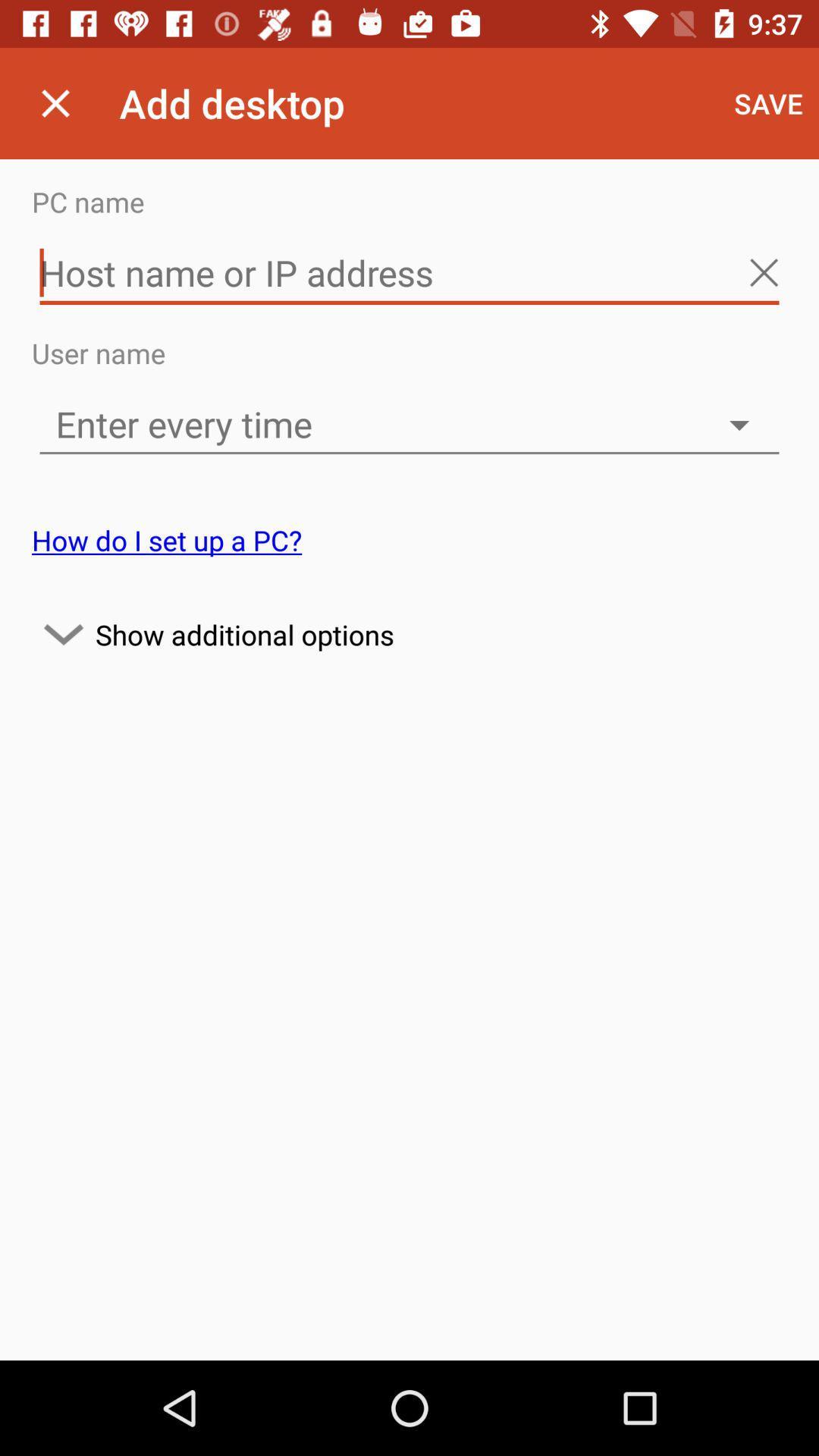 The width and height of the screenshot is (819, 1456). What do you see at coordinates (409, 634) in the screenshot?
I see `the show additional options item` at bounding box center [409, 634].